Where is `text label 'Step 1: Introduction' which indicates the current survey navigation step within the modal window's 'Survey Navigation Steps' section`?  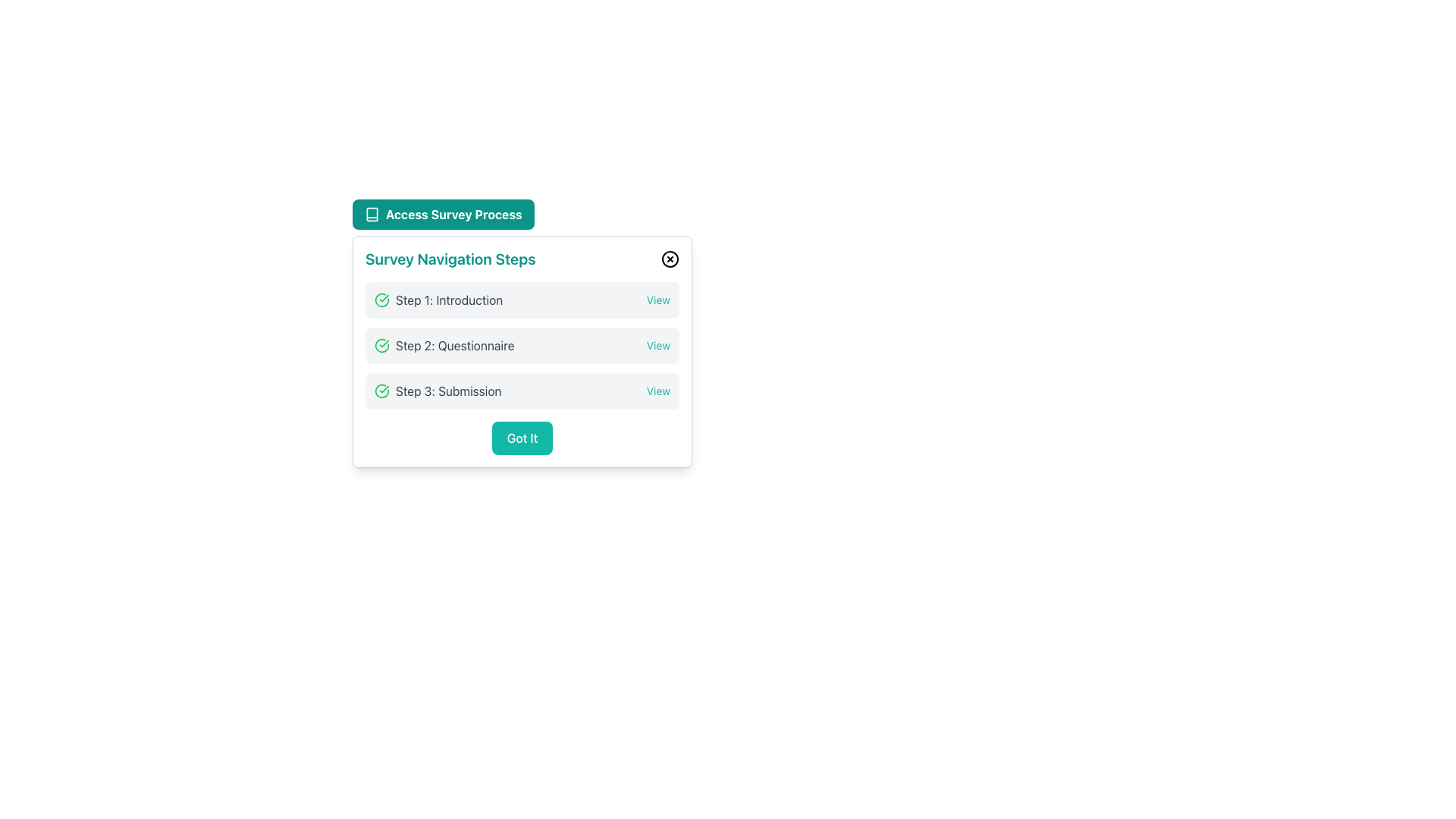 text label 'Step 1: Introduction' which indicates the current survey navigation step within the modal window's 'Survey Navigation Steps' section is located at coordinates (448, 300).